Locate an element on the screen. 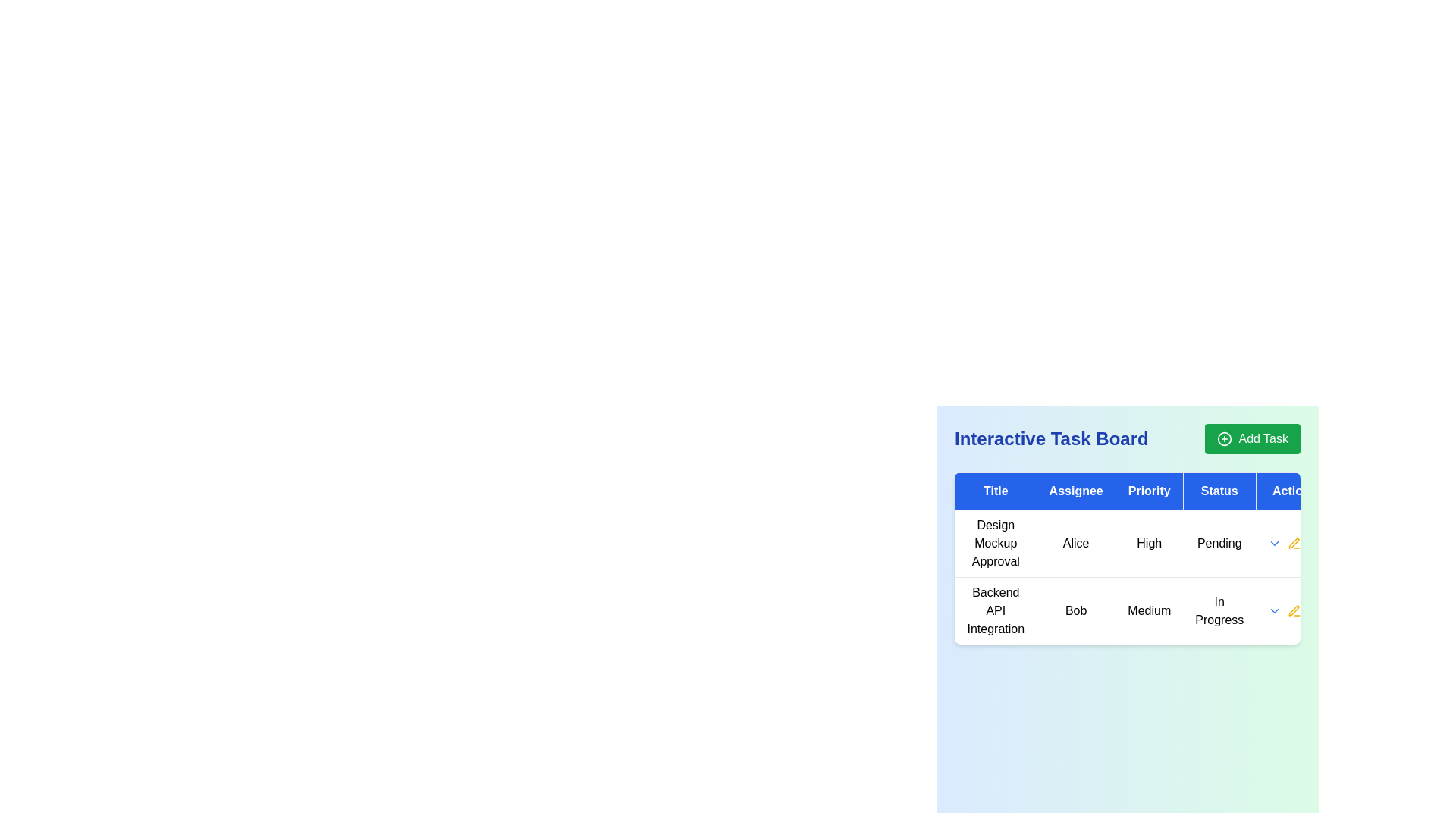 Image resolution: width=1456 pixels, height=819 pixels. the 'Status' static text header element, which is the fourth column in the header row of the table layout, displaying white text on a blue background is located at coordinates (1219, 491).